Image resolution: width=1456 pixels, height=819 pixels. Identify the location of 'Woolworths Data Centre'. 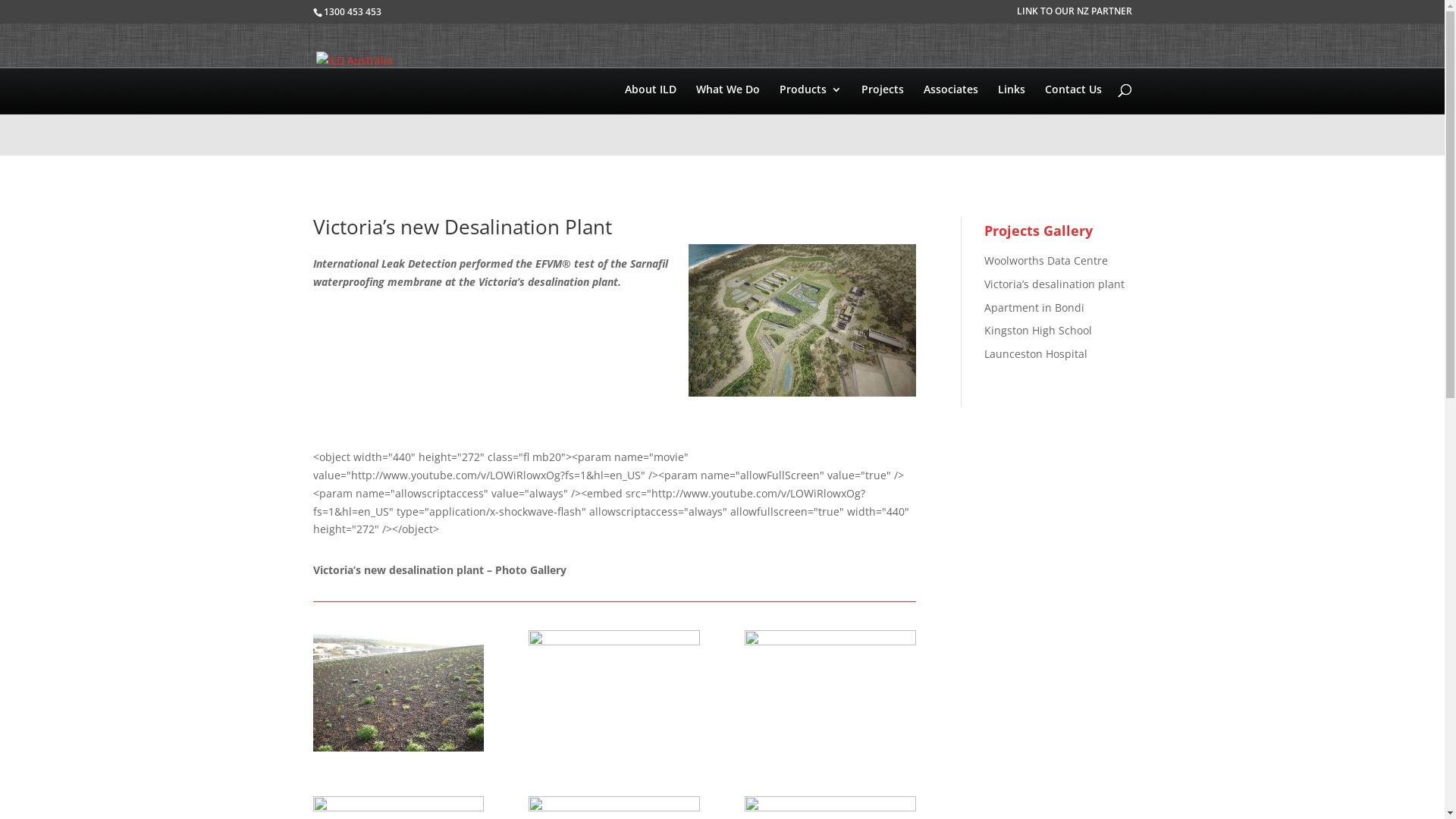
(1045, 259).